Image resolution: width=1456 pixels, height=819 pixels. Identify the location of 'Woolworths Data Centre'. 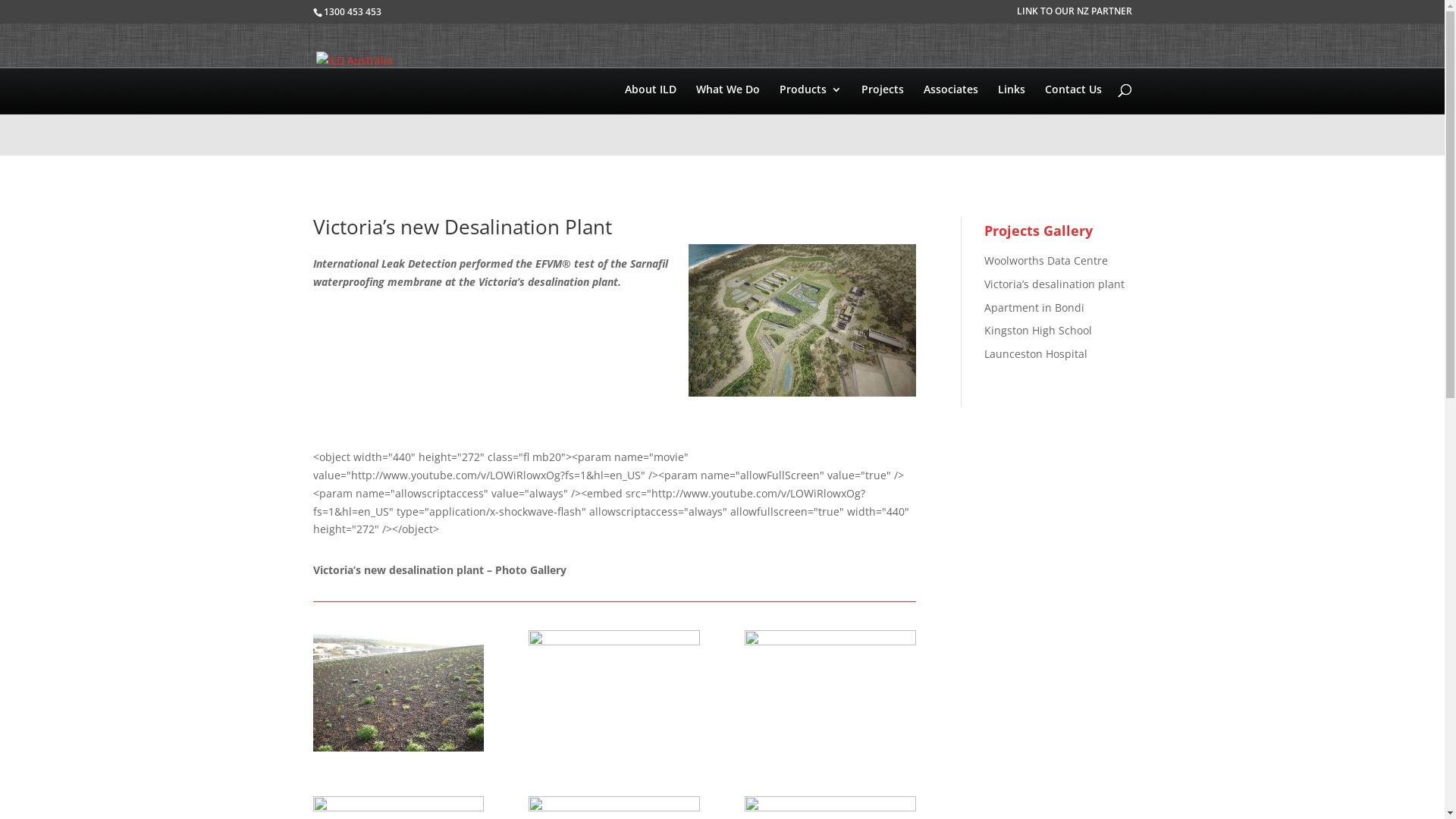
(1045, 259).